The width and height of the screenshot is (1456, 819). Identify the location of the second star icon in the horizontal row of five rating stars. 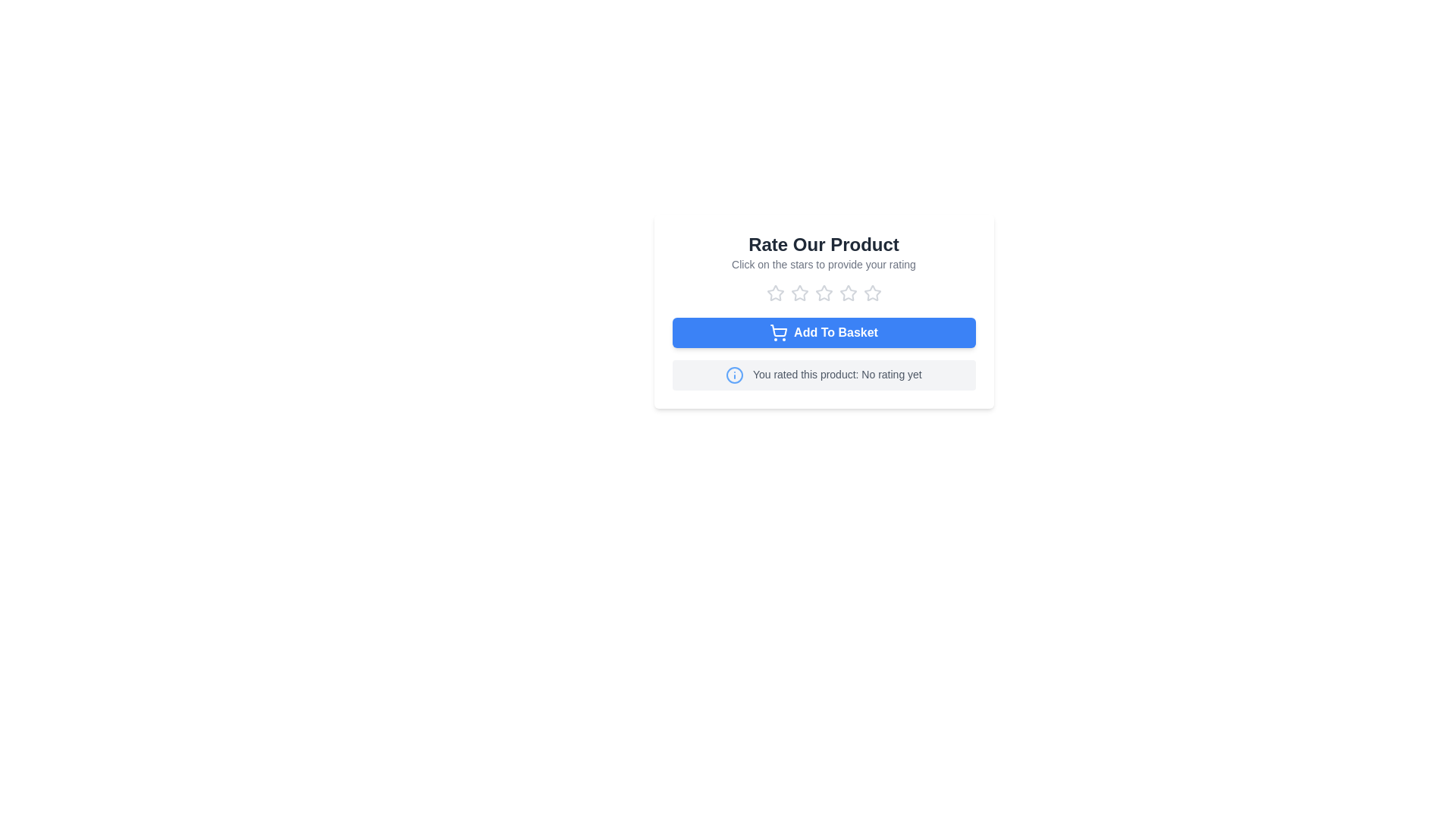
(799, 292).